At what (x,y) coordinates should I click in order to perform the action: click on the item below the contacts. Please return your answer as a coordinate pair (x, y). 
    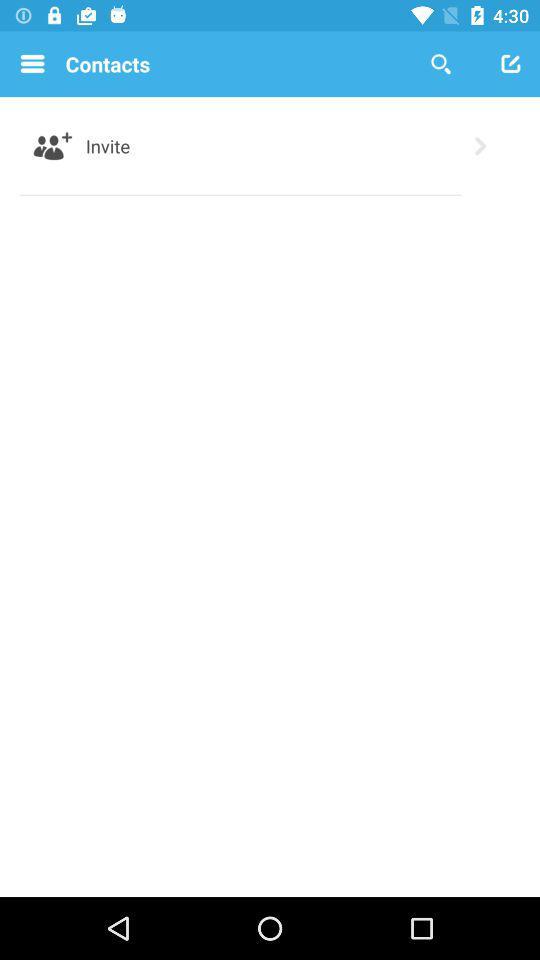
    Looking at the image, I should click on (108, 145).